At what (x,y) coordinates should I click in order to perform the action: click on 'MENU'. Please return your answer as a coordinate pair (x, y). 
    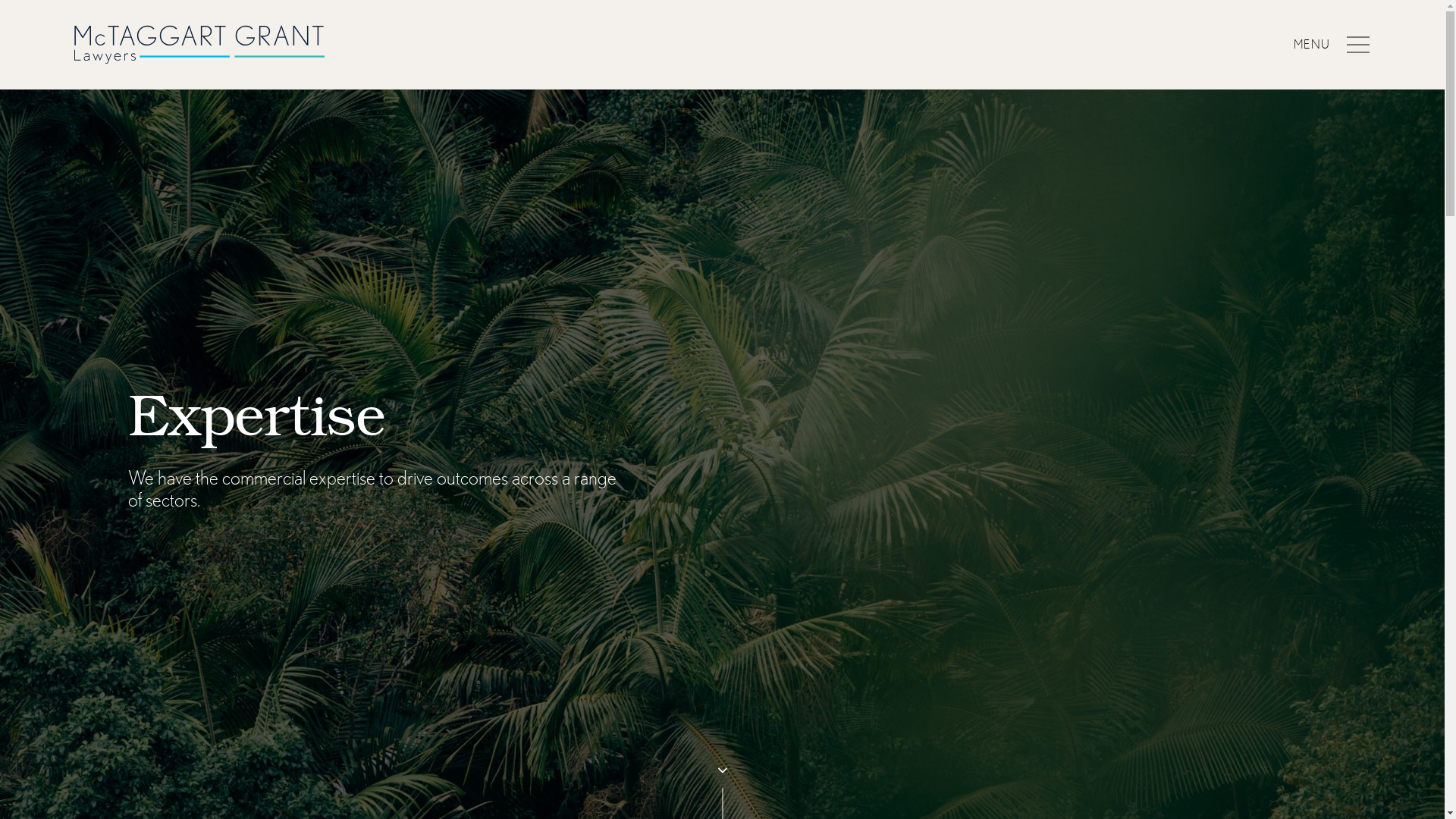
    Looking at the image, I should click on (1331, 43).